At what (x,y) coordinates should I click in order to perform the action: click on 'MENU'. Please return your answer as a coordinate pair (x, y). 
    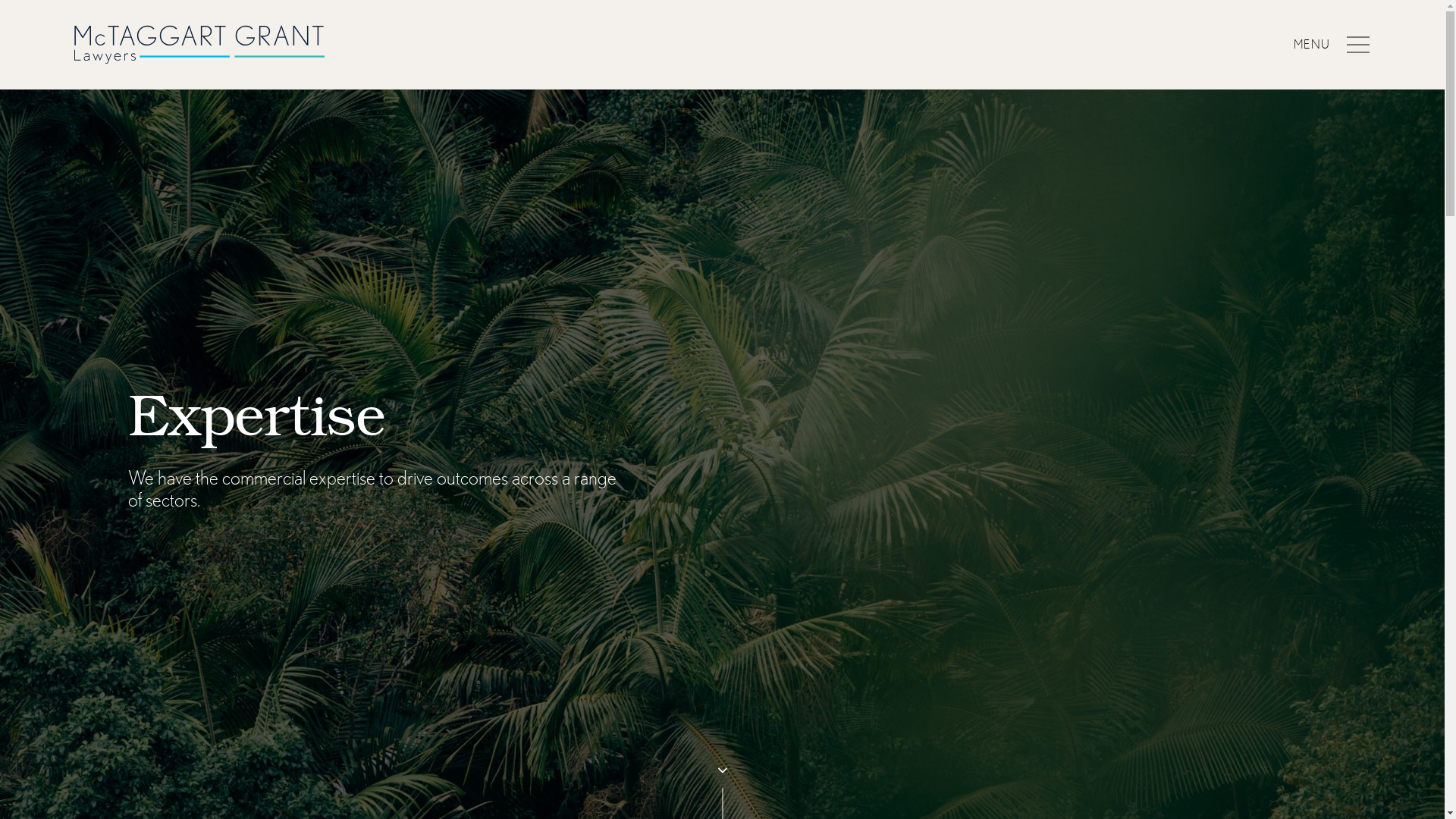
    Looking at the image, I should click on (1331, 43).